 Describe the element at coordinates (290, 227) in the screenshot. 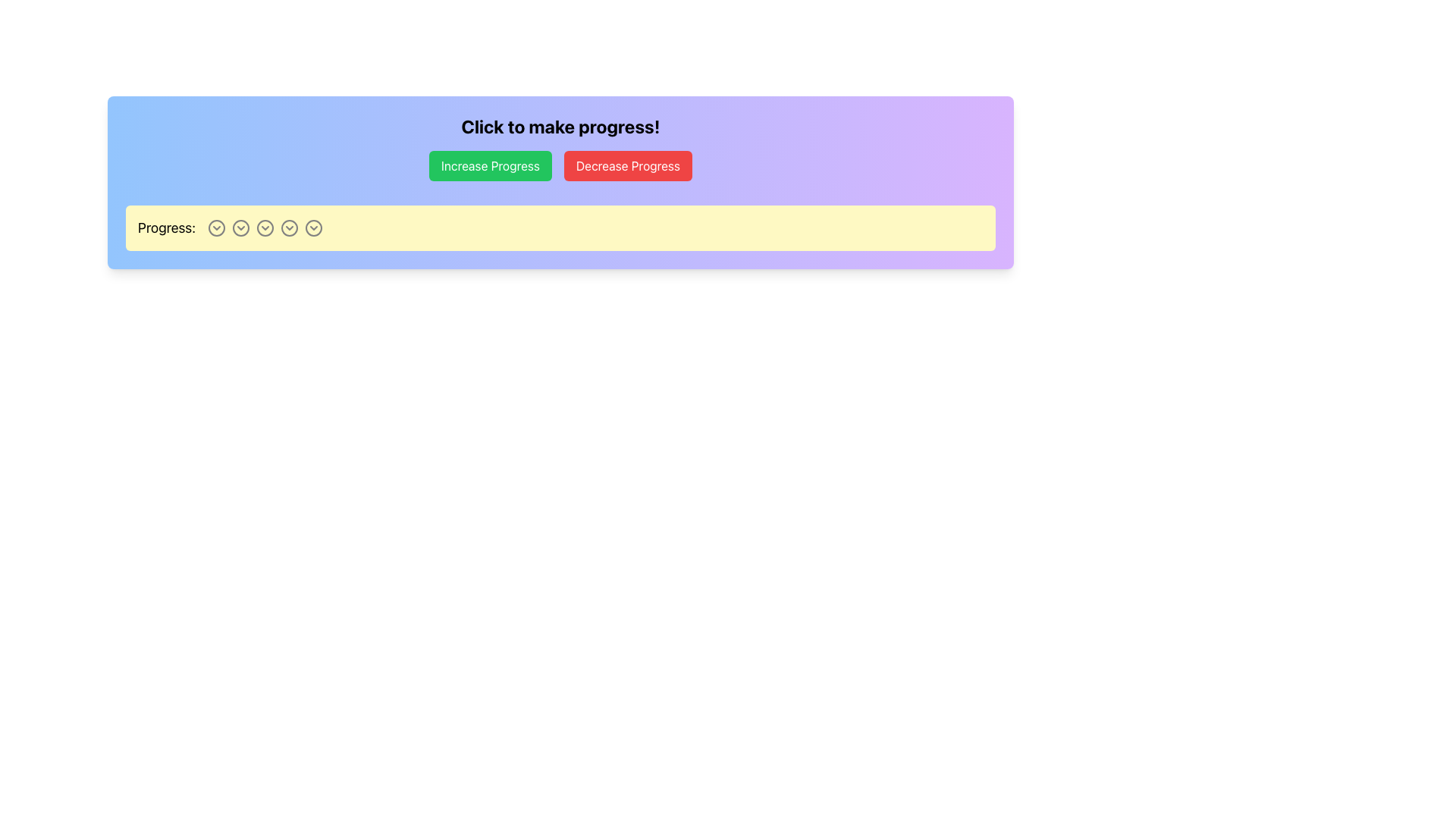

I see `the fifth circular icon with an overlayed chevron, which serves as an indicator or button for selecting or representing a specific progress state` at that location.